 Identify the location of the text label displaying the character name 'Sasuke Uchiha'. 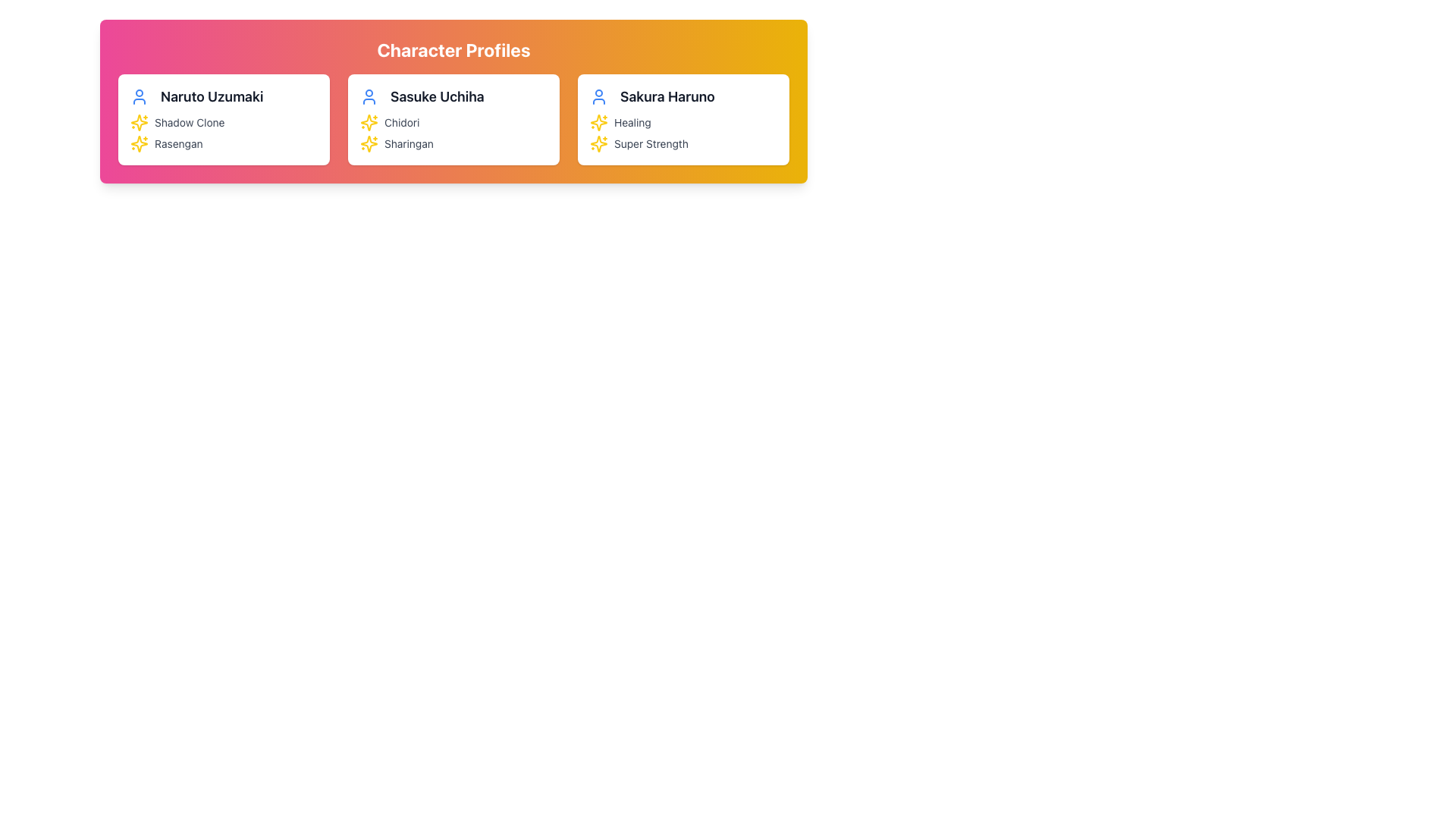
(453, 96).